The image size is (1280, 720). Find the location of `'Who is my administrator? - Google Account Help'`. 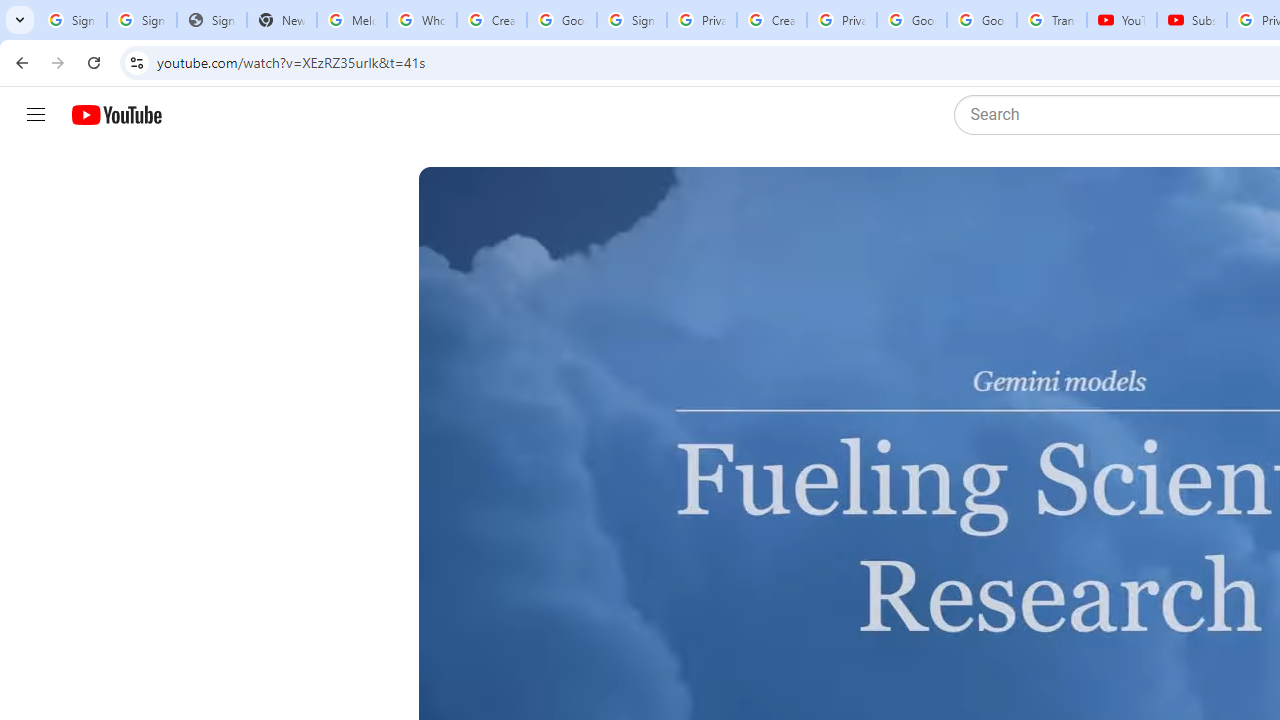

'Who is my administrator? - Google Account Help' is located at coordinates (420, 20).